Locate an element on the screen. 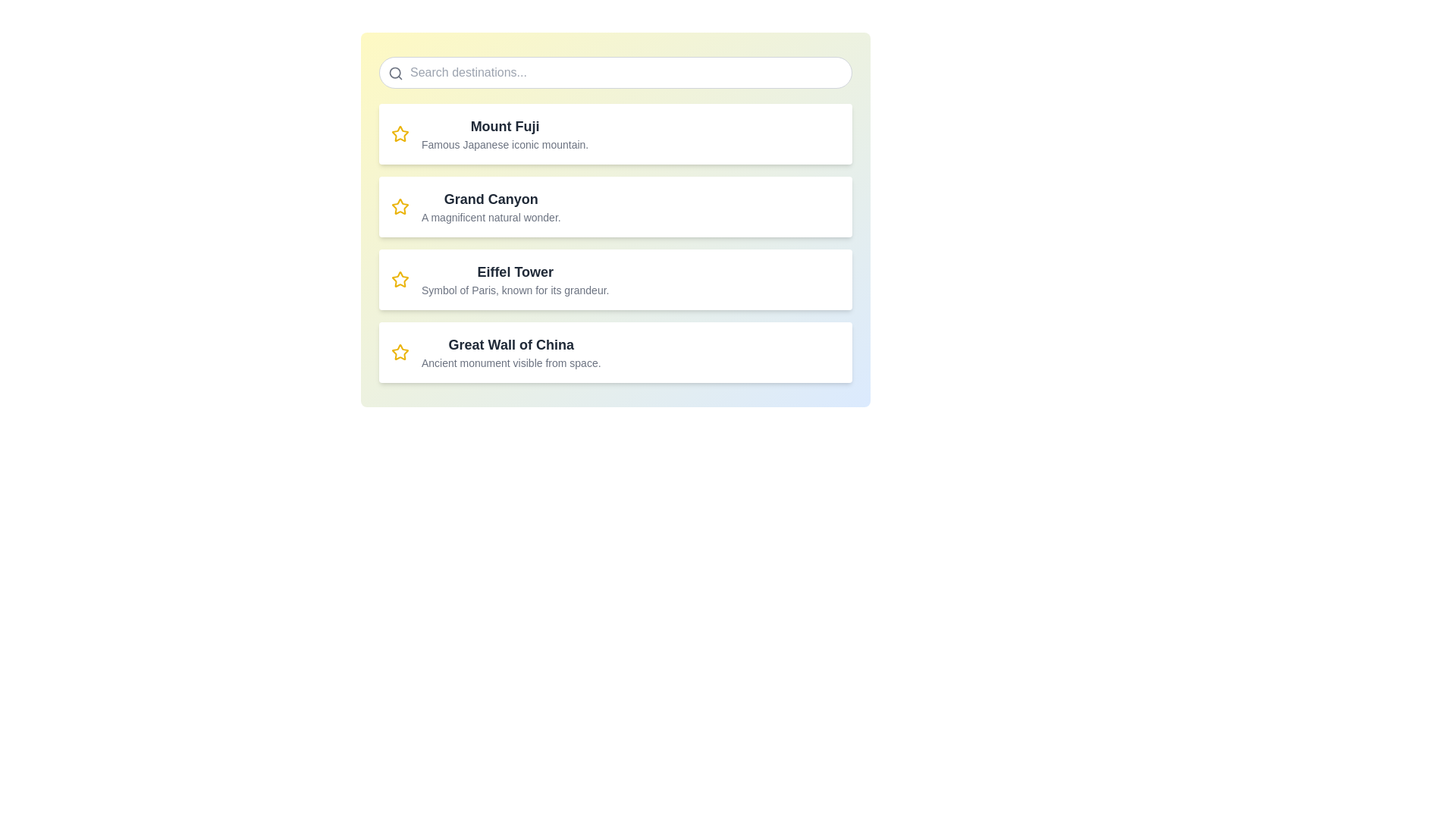 The height and width of the screenshot is (819, 1456). the yellow star icon representing the rating feature for 'Grand Canyon', located to the left of the title text is located at coordinates (400, 207).